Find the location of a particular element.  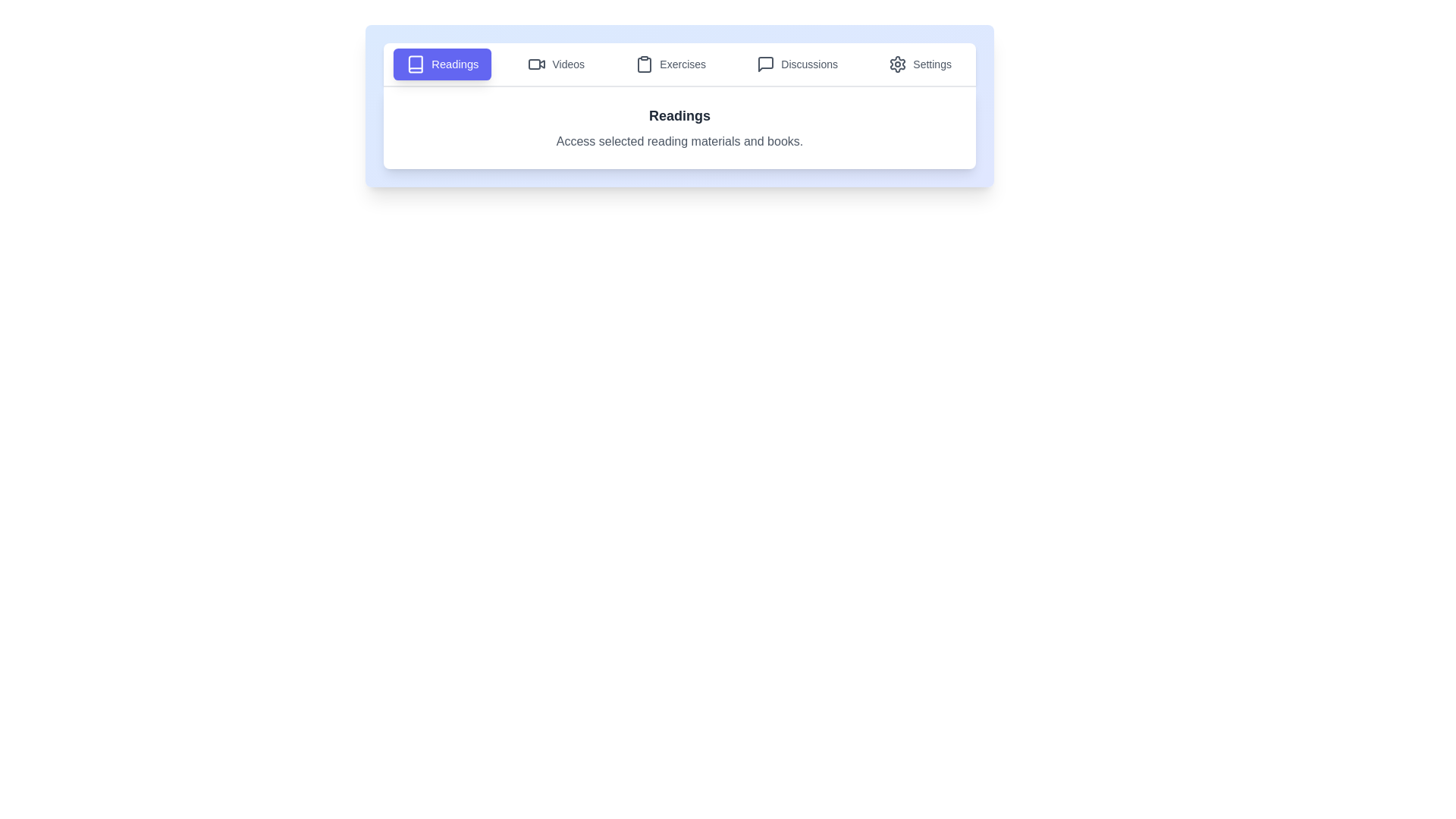

the Readings tab to view its content is located at coordinates (441, 63).